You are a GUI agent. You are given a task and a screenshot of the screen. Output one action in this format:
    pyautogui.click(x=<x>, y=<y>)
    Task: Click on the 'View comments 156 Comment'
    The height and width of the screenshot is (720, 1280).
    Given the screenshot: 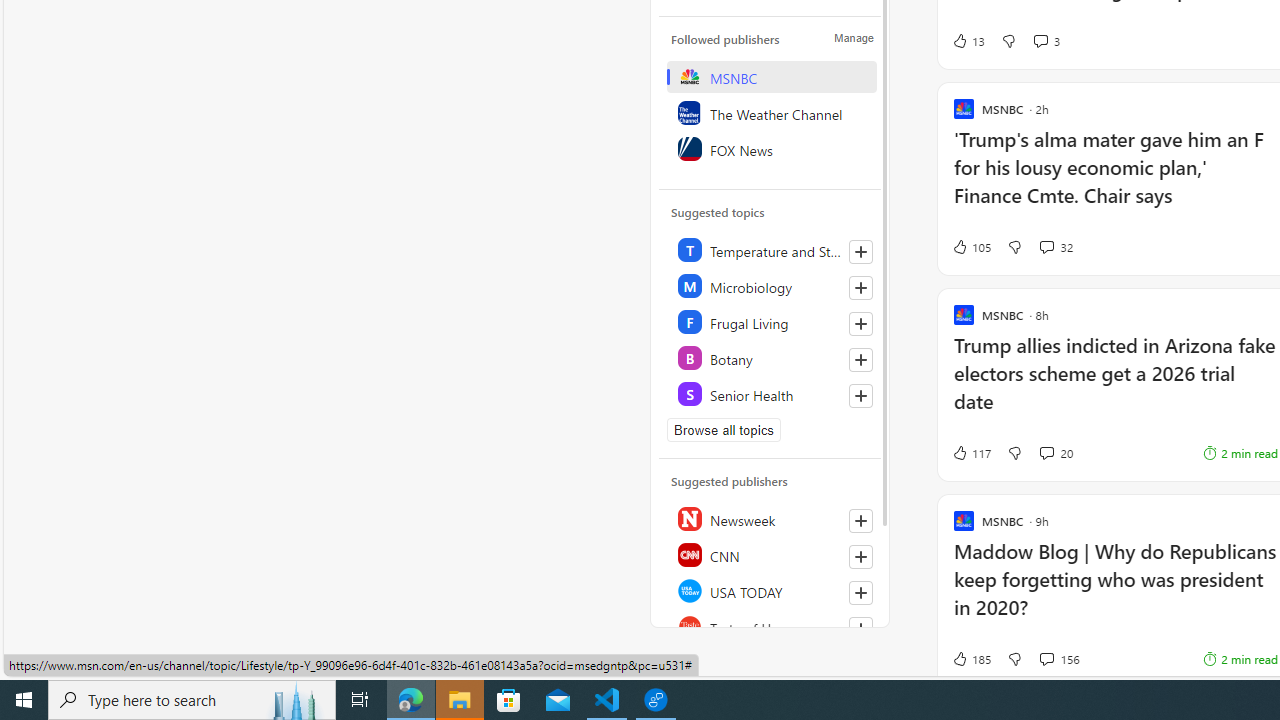 What is the action you would take?
    pyautogui.click(x=1045, y=658)
    